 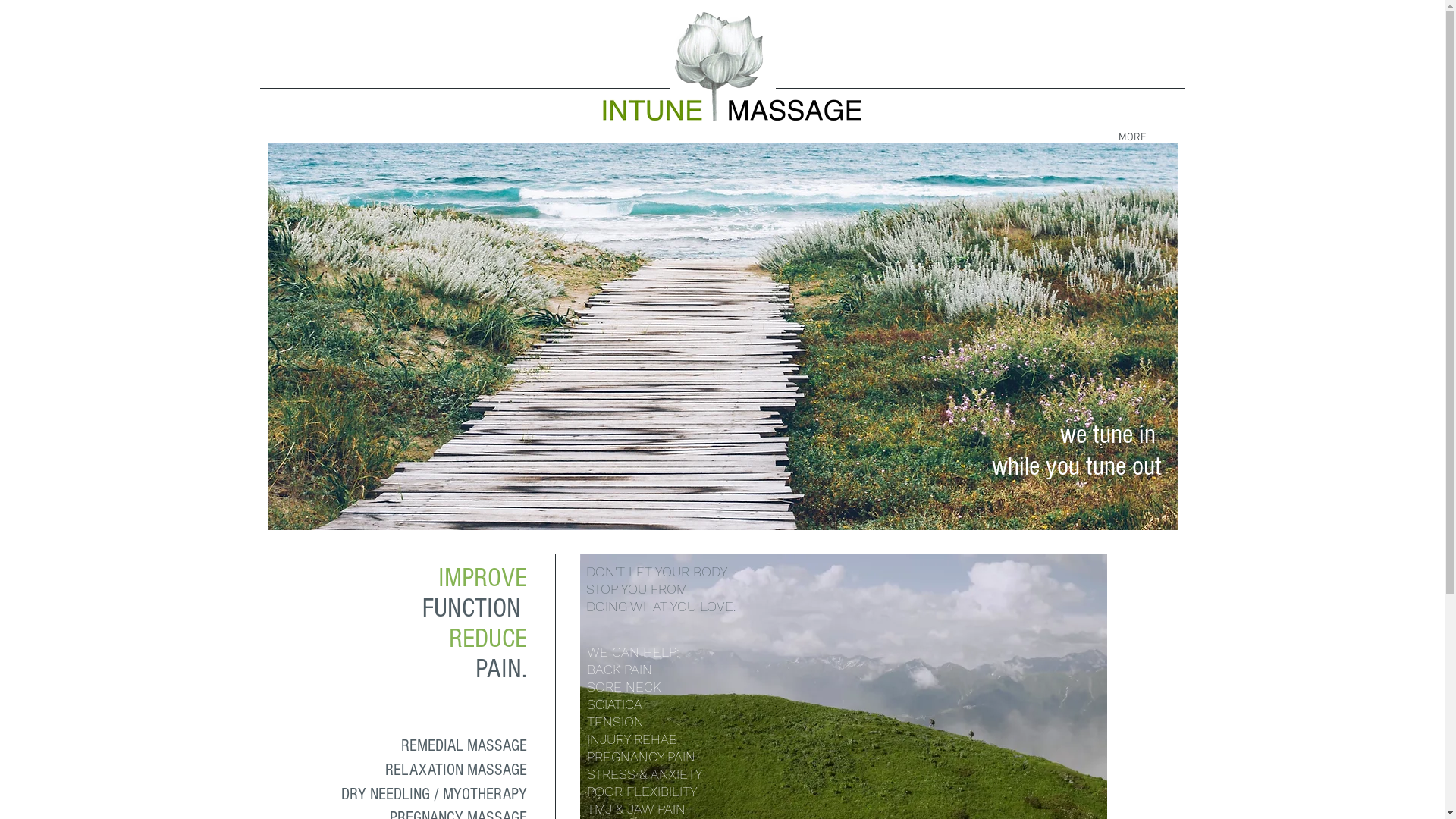 I want to click on 'INJURY REHAB', so click(x=632, y=738).